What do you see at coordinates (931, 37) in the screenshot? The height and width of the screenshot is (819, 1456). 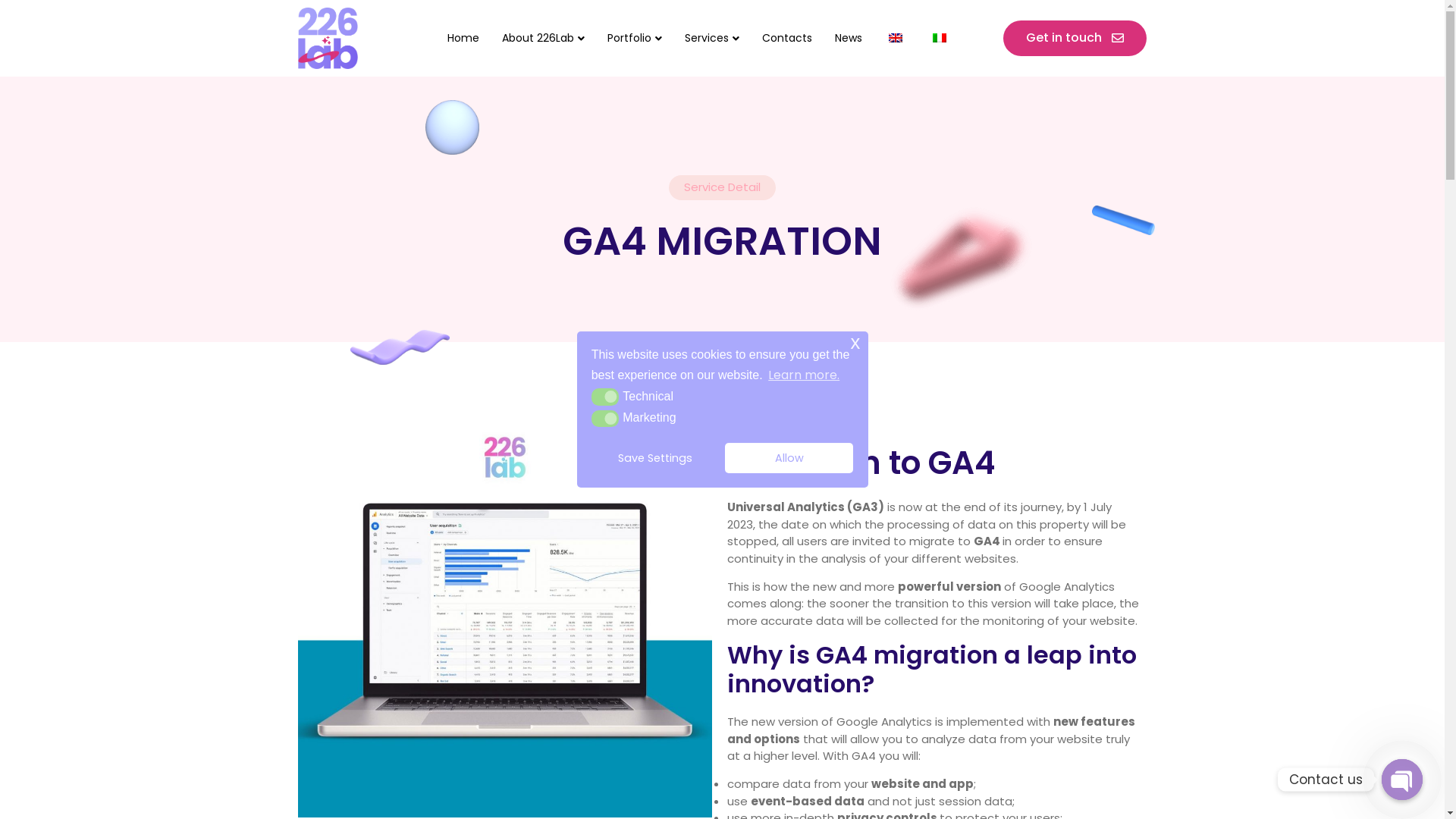 I see `'Italian'` at bounding box center [931, 37].